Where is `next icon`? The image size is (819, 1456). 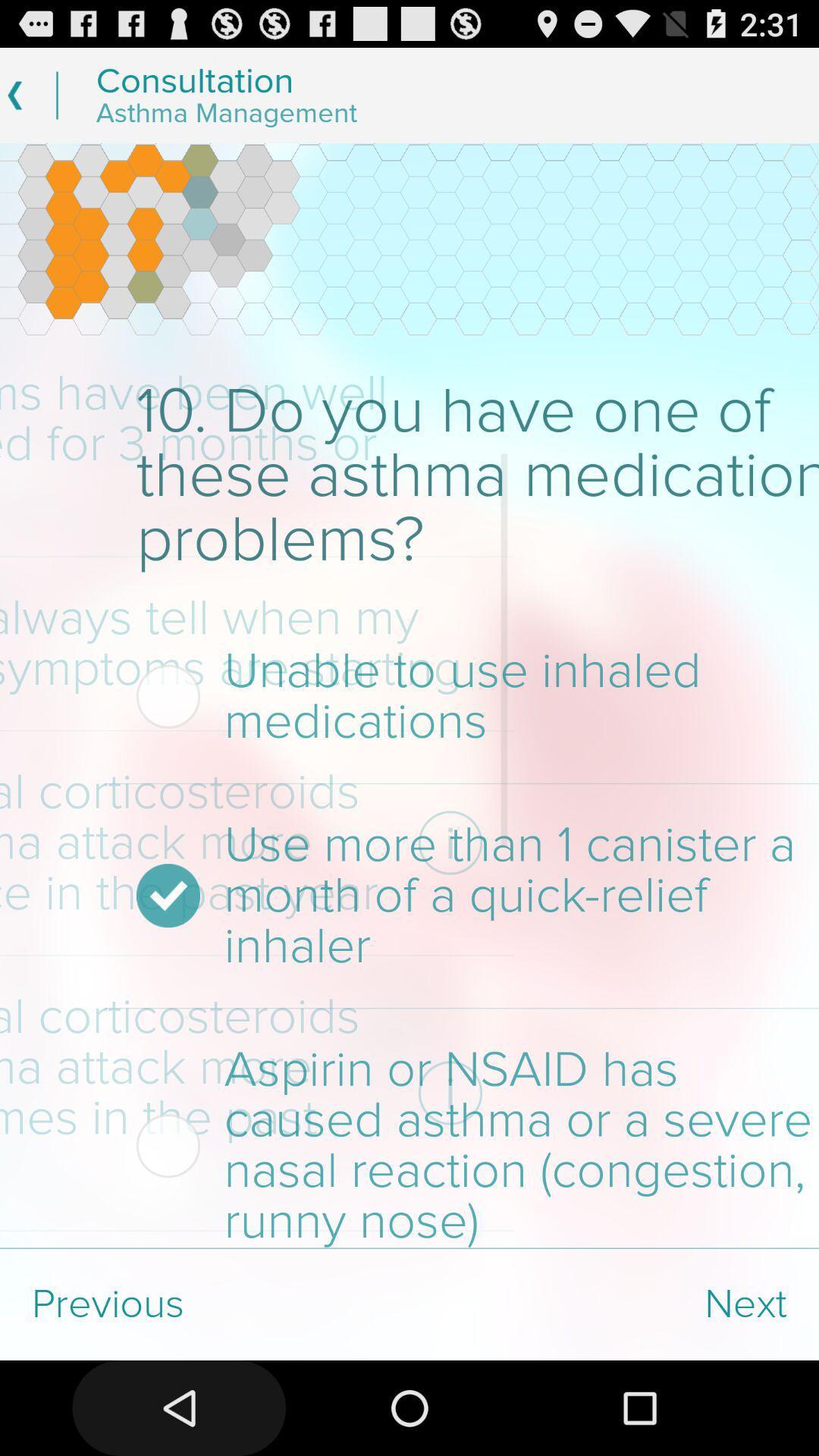 next icon is located at coordinates (614, 1304).